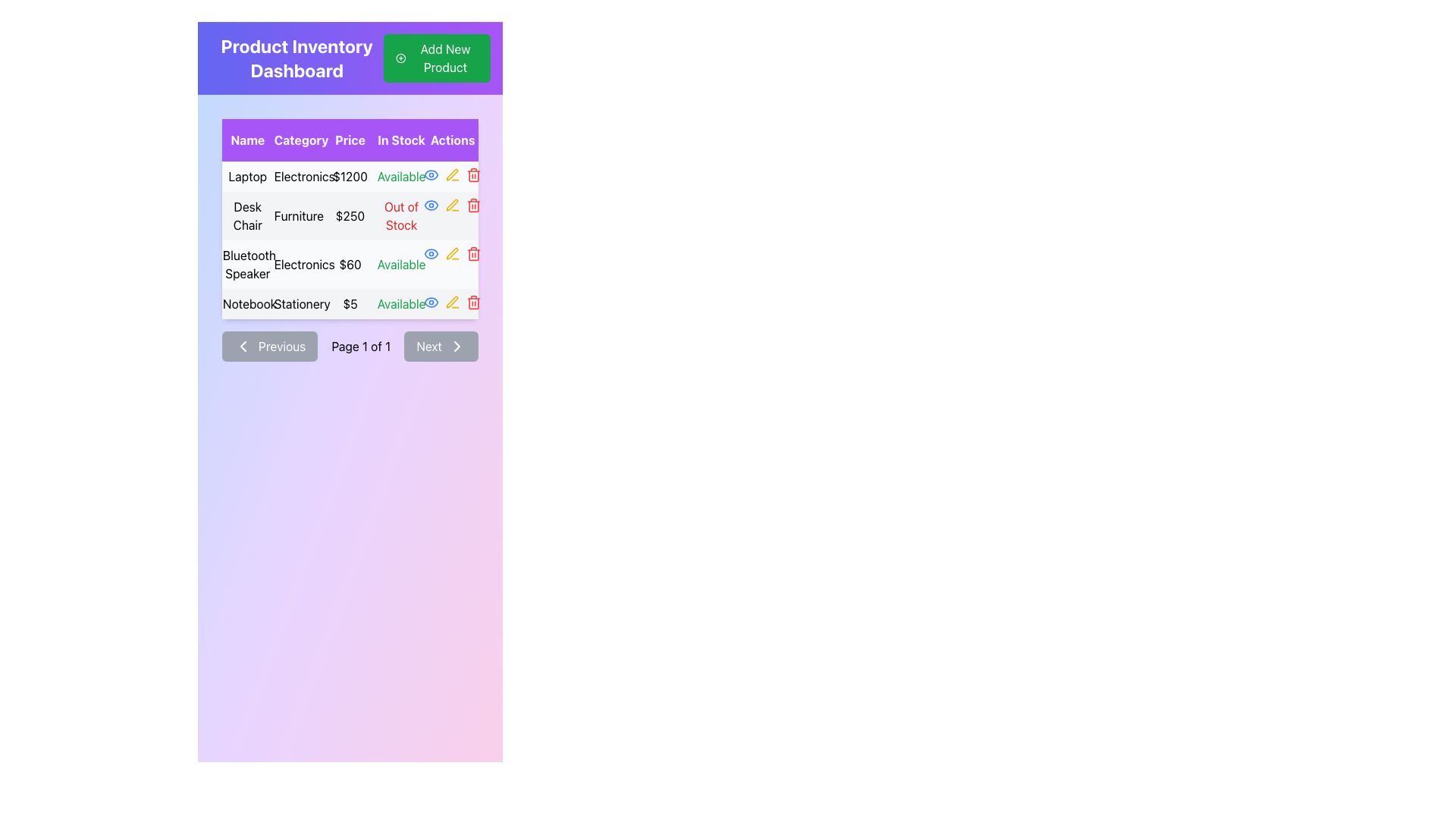 The image size is (1456, 819). Describe the element at coordinates (457, 346) in the screenshot. I see `the chevron icon located centrally within the 'Next' button` at that location.